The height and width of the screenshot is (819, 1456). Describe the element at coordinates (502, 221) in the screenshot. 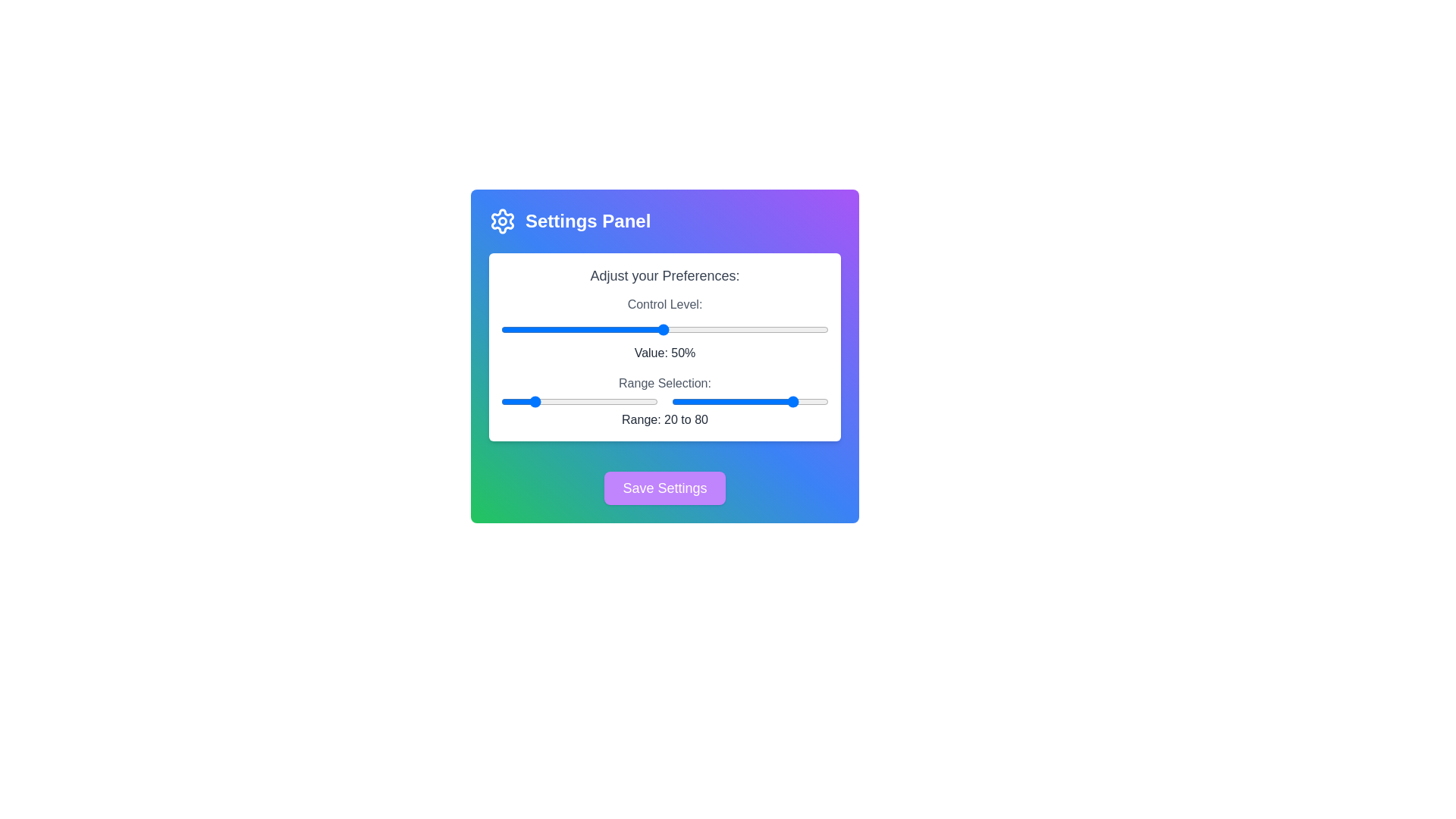

I see `the circular Icon component that serves as the central point of the gear icon located in the top-left corner of the settings panel` at that location.